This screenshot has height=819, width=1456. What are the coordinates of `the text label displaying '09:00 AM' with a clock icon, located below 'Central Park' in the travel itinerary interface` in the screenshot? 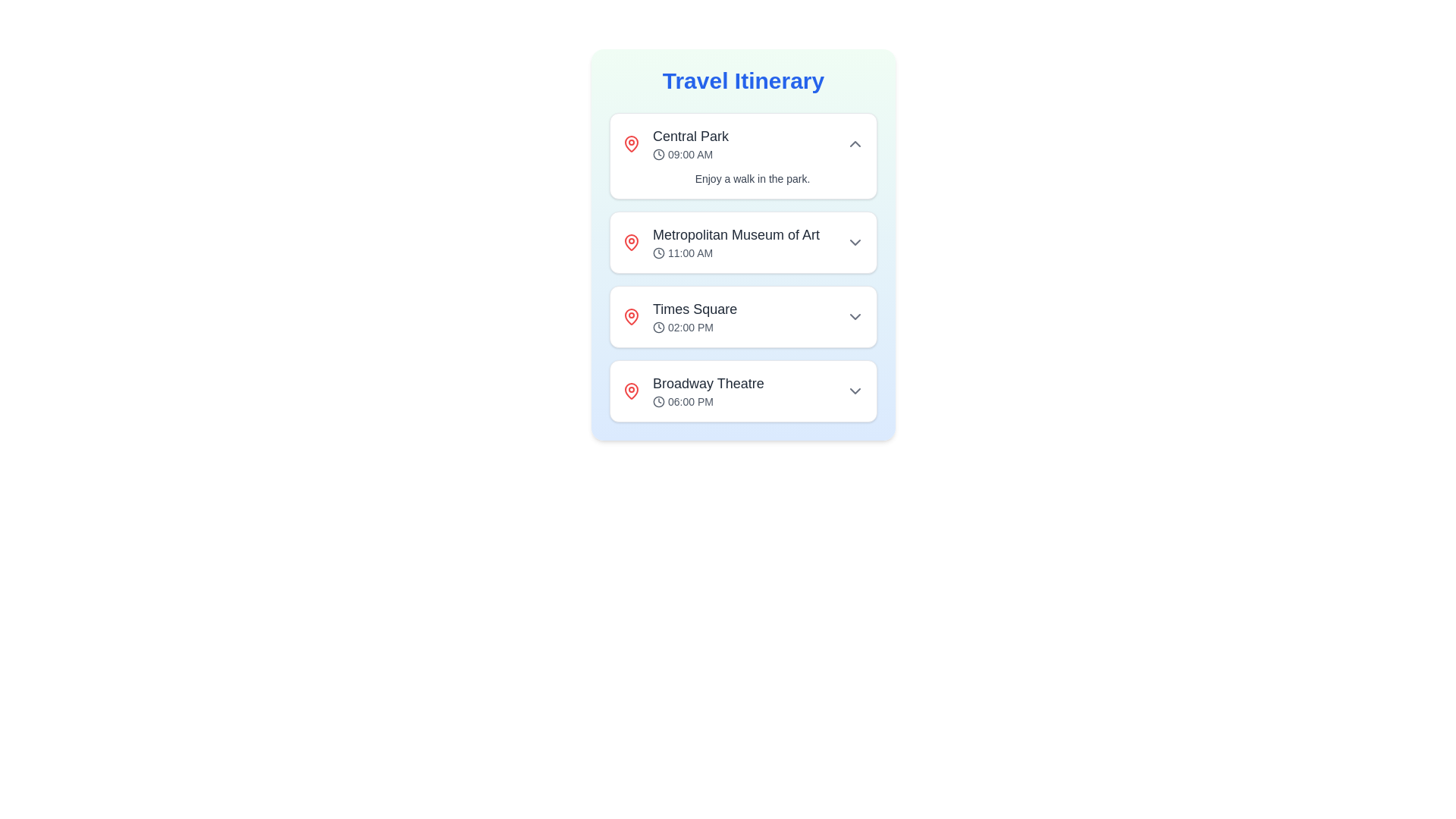 It's located at (690, 155).